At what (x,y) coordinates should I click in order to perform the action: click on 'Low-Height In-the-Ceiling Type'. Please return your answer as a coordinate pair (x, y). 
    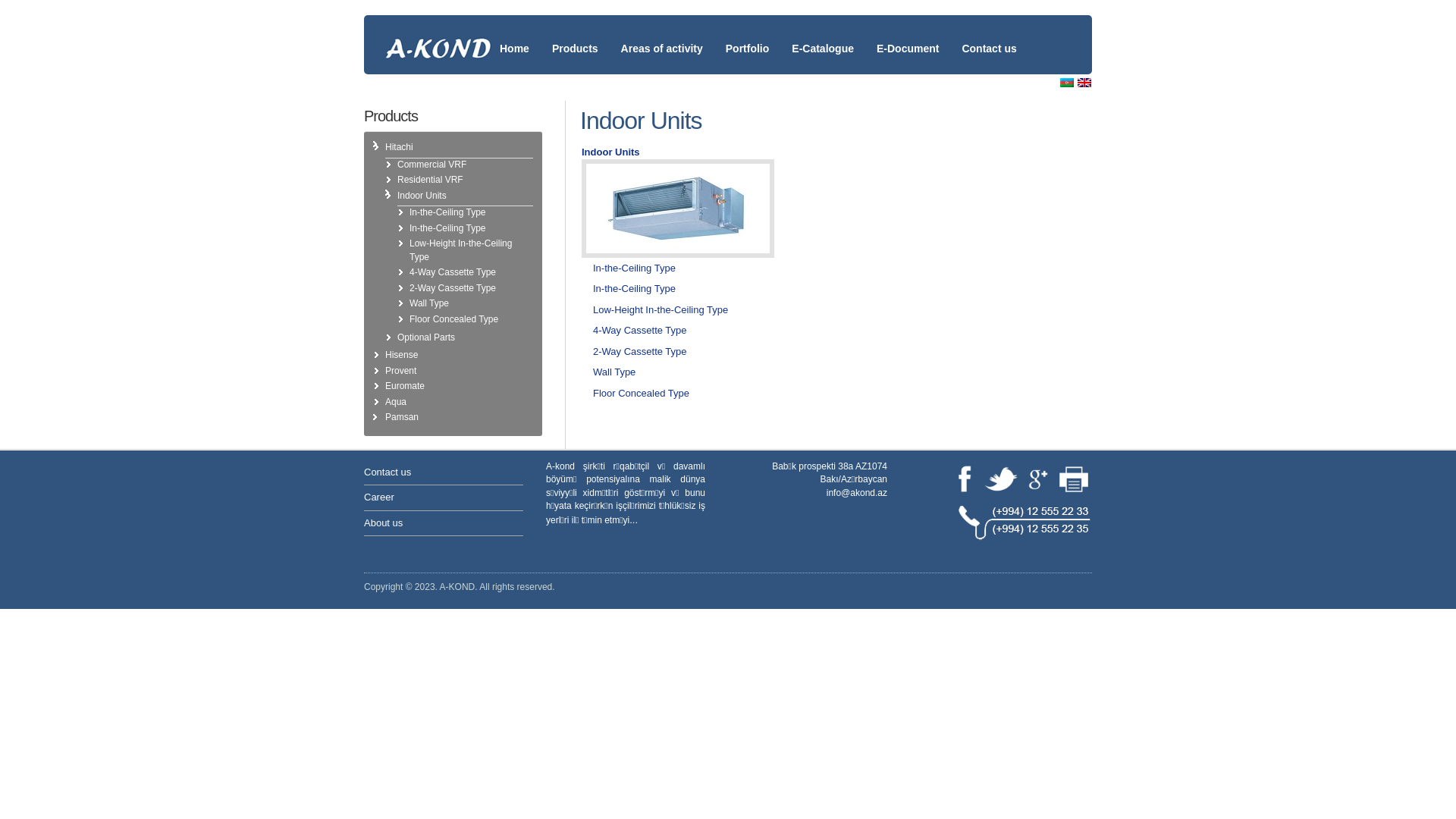
    Looking at the image, I should click on (460, 249).